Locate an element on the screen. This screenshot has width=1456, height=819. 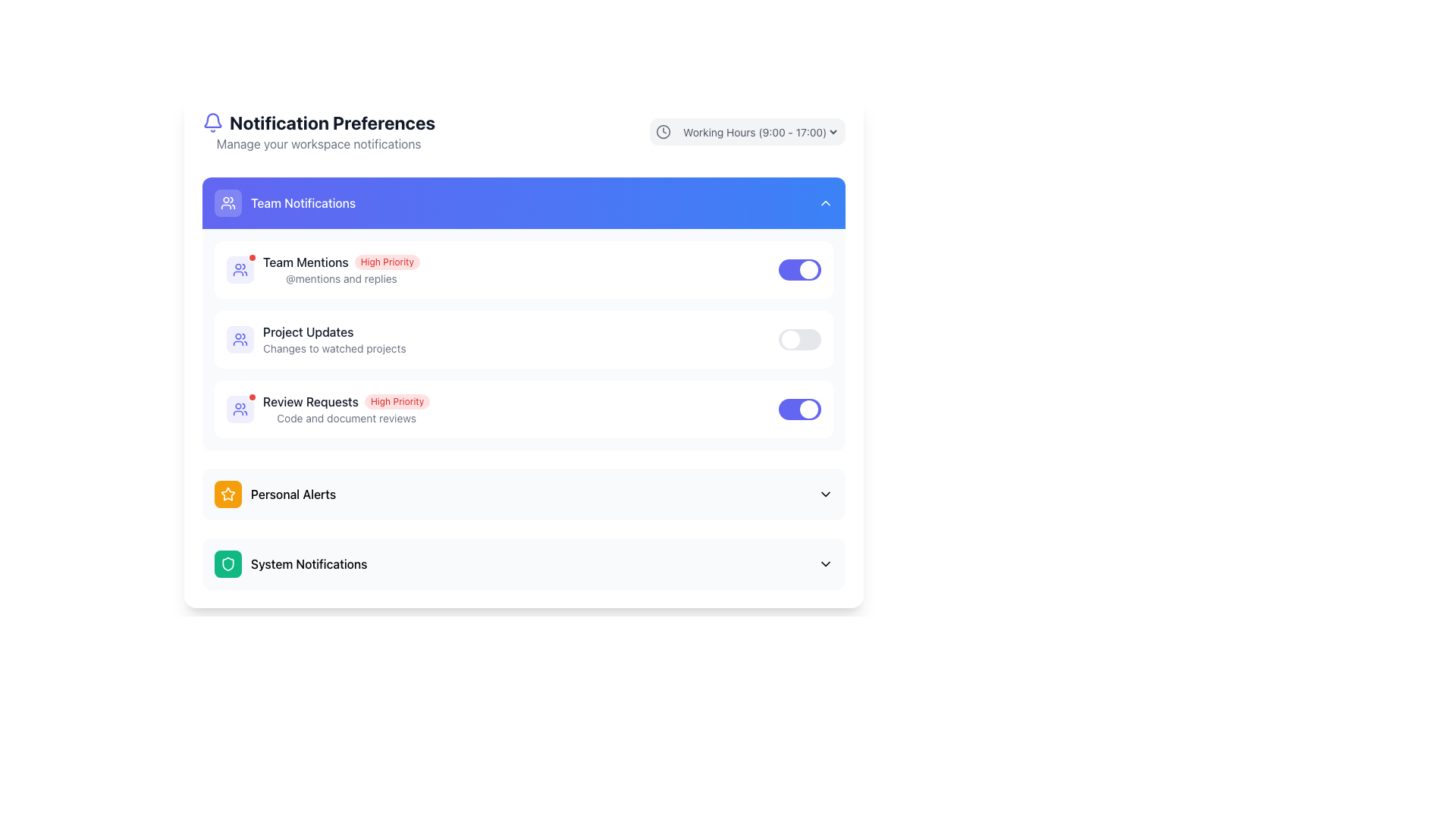
text label that says 'Changes to watched projects', which is styled in a smaller font size and gray color, located directly below the 'Project Updates' title in the 'Team Notifications' section is located at coordinates (334, 348).